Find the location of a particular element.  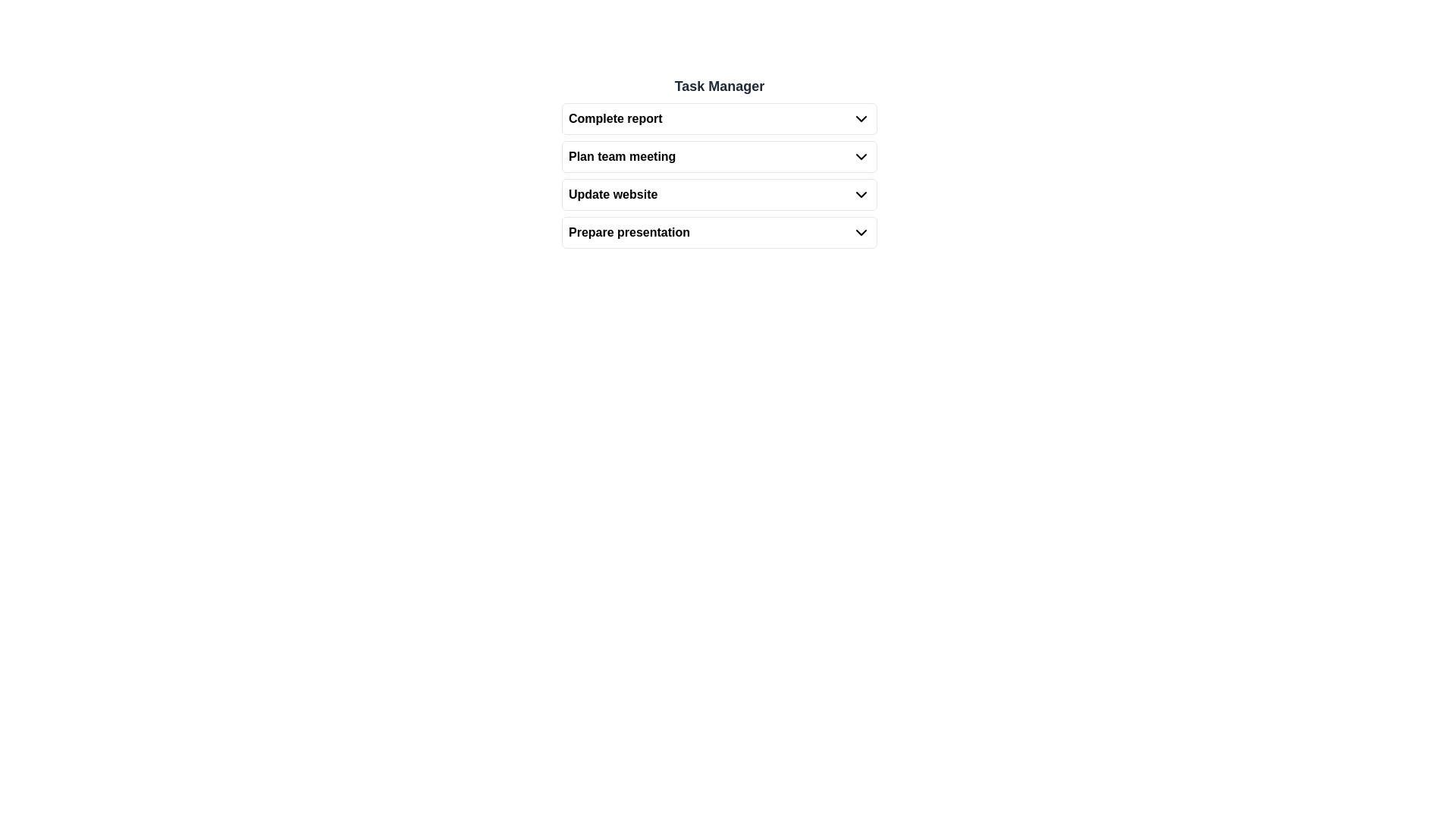

the first dropdown menu in the vertical list is located at coordinates (719, 118).